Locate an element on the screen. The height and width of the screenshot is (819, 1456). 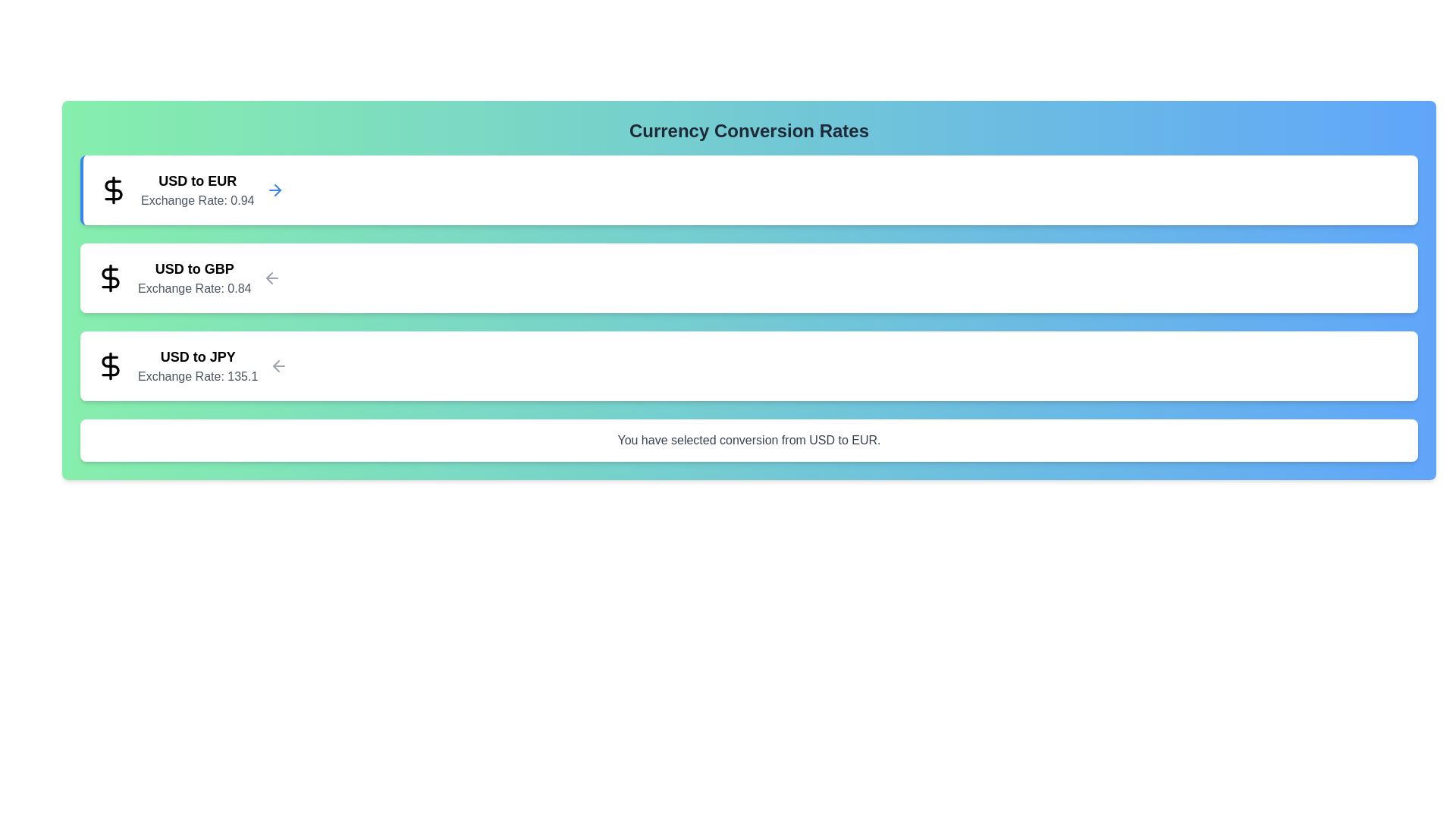
text from the Text Label that displays 'Currency Conversion Rates', which is styled with a large, bold font and located at the top of the section with a green to blue gradient background is located at coordinates (749, 130).